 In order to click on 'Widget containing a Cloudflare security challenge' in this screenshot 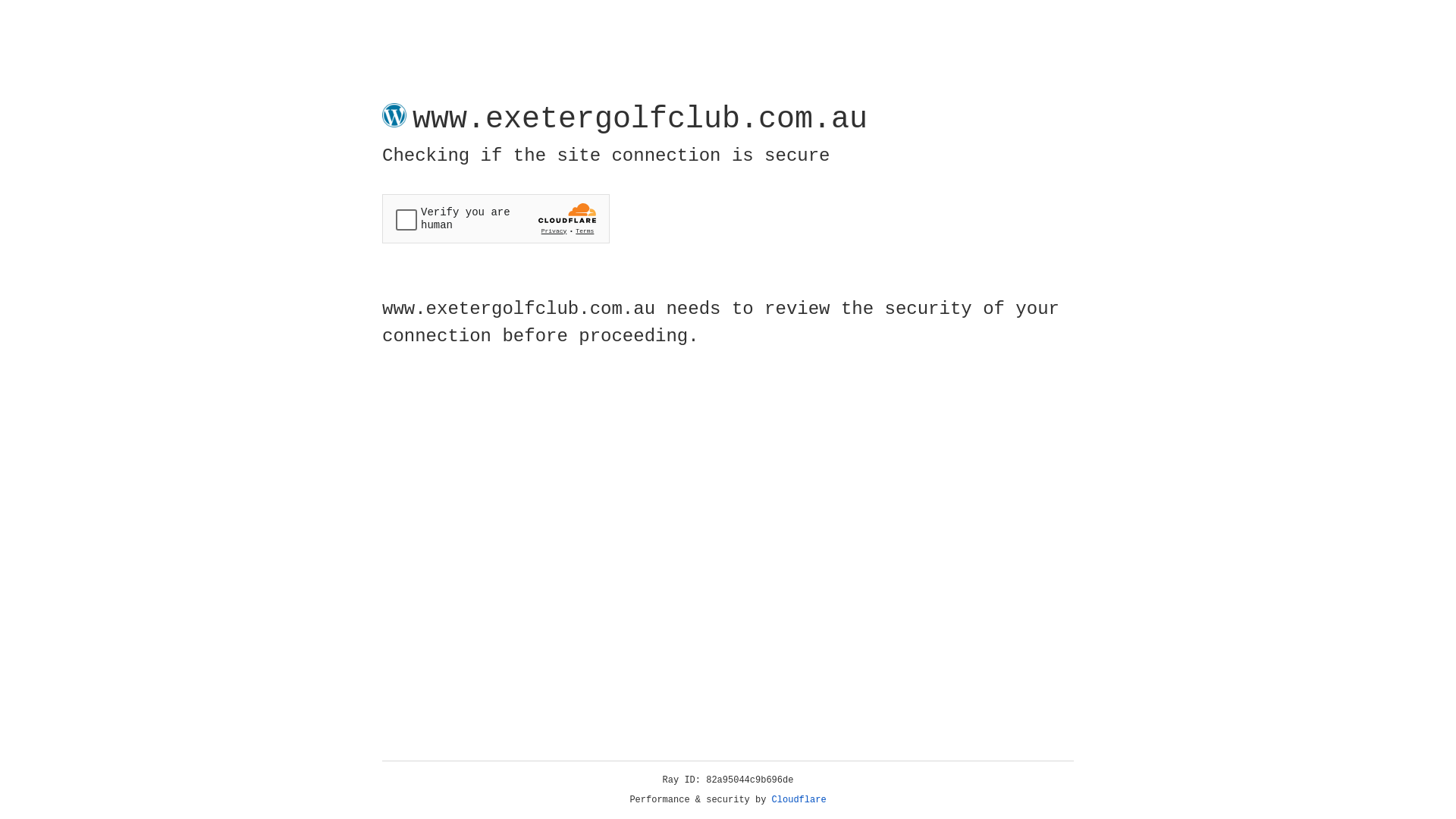, I will do `click(495, 218)`.